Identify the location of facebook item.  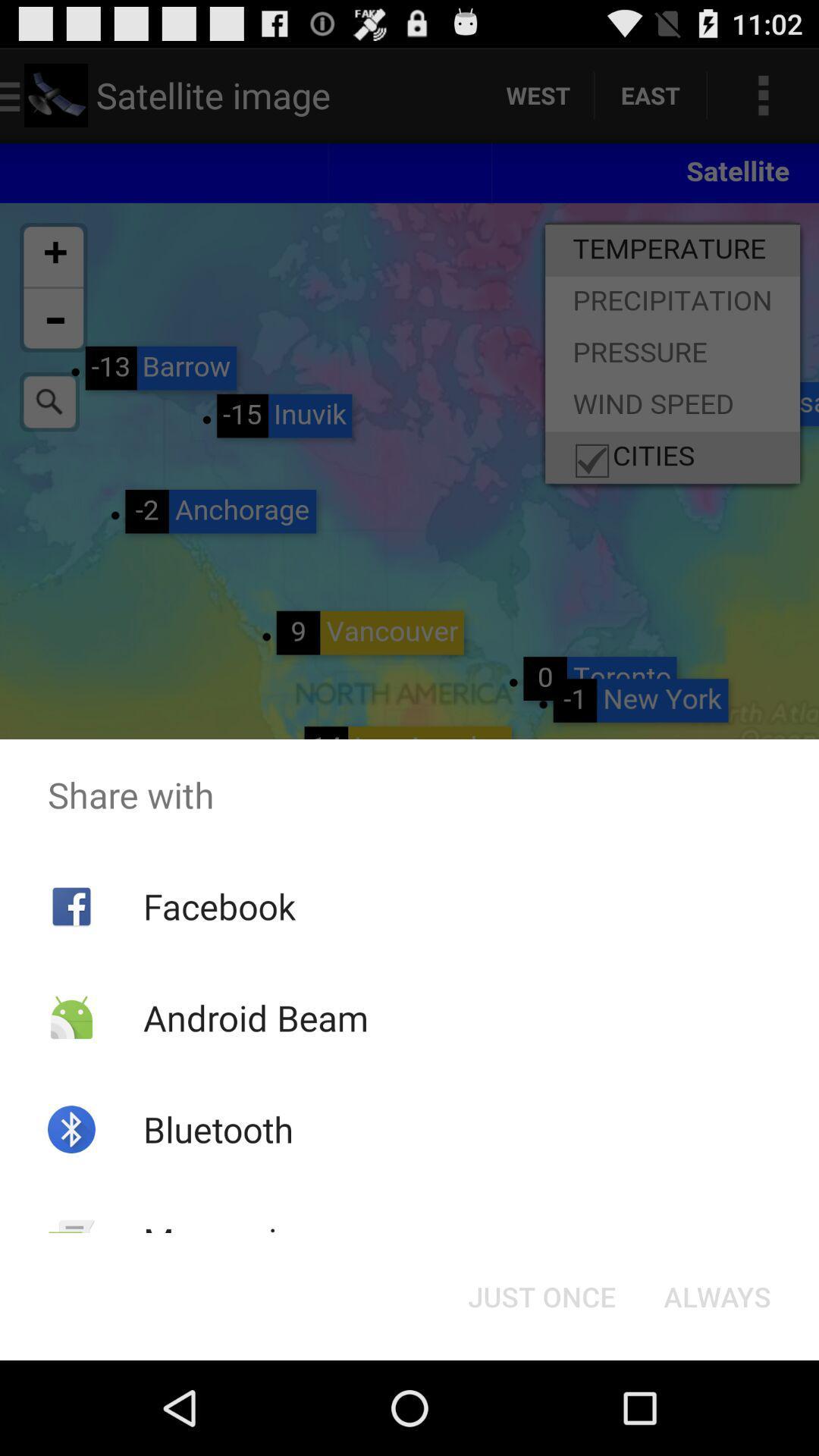
(219, 906).